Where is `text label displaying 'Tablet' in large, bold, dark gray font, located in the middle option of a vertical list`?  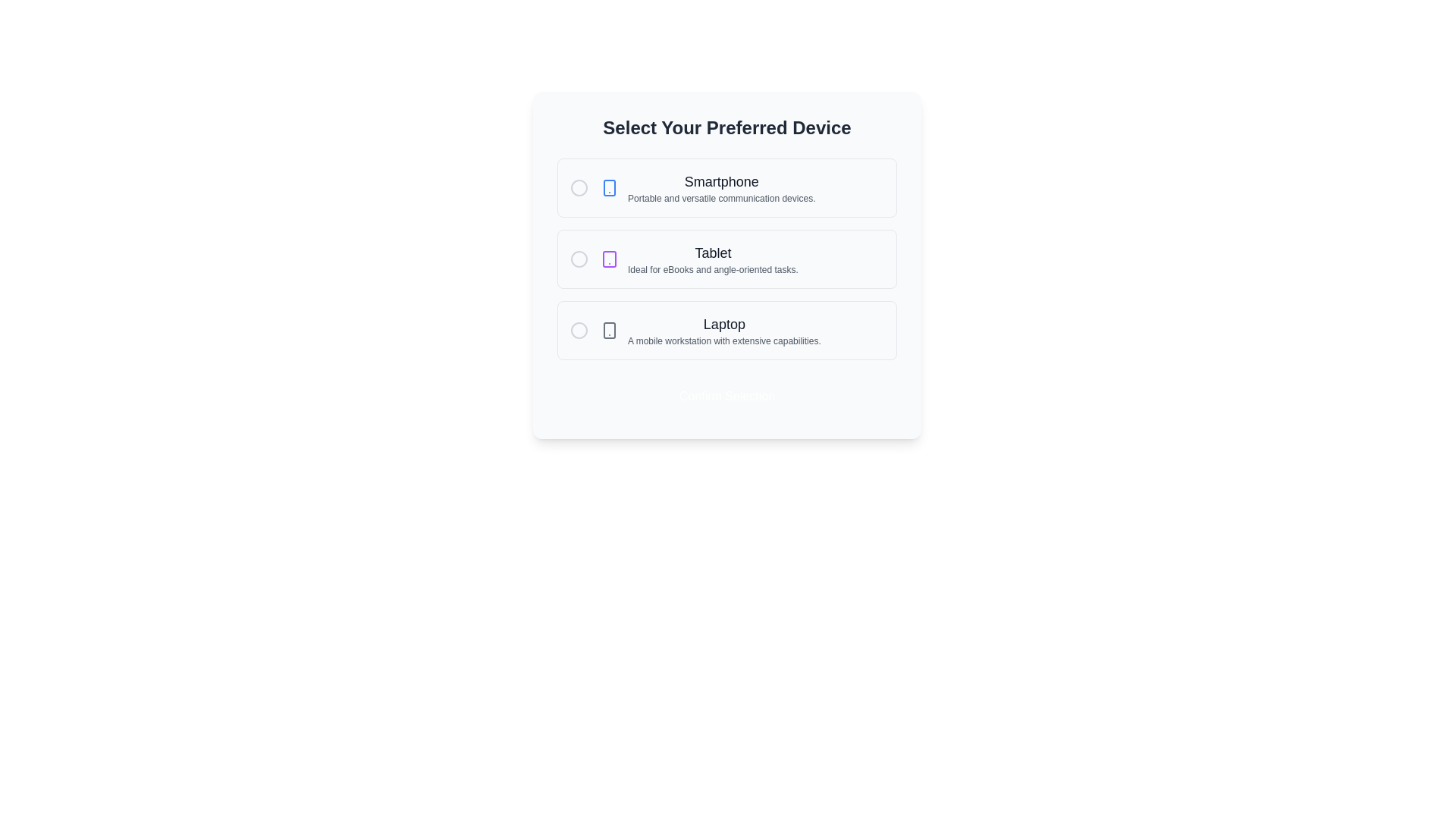
text label displaying 'Tablet' in large, bold, dark gray font, located in the middle option of a vertical list is located at coordinates (712, 253).